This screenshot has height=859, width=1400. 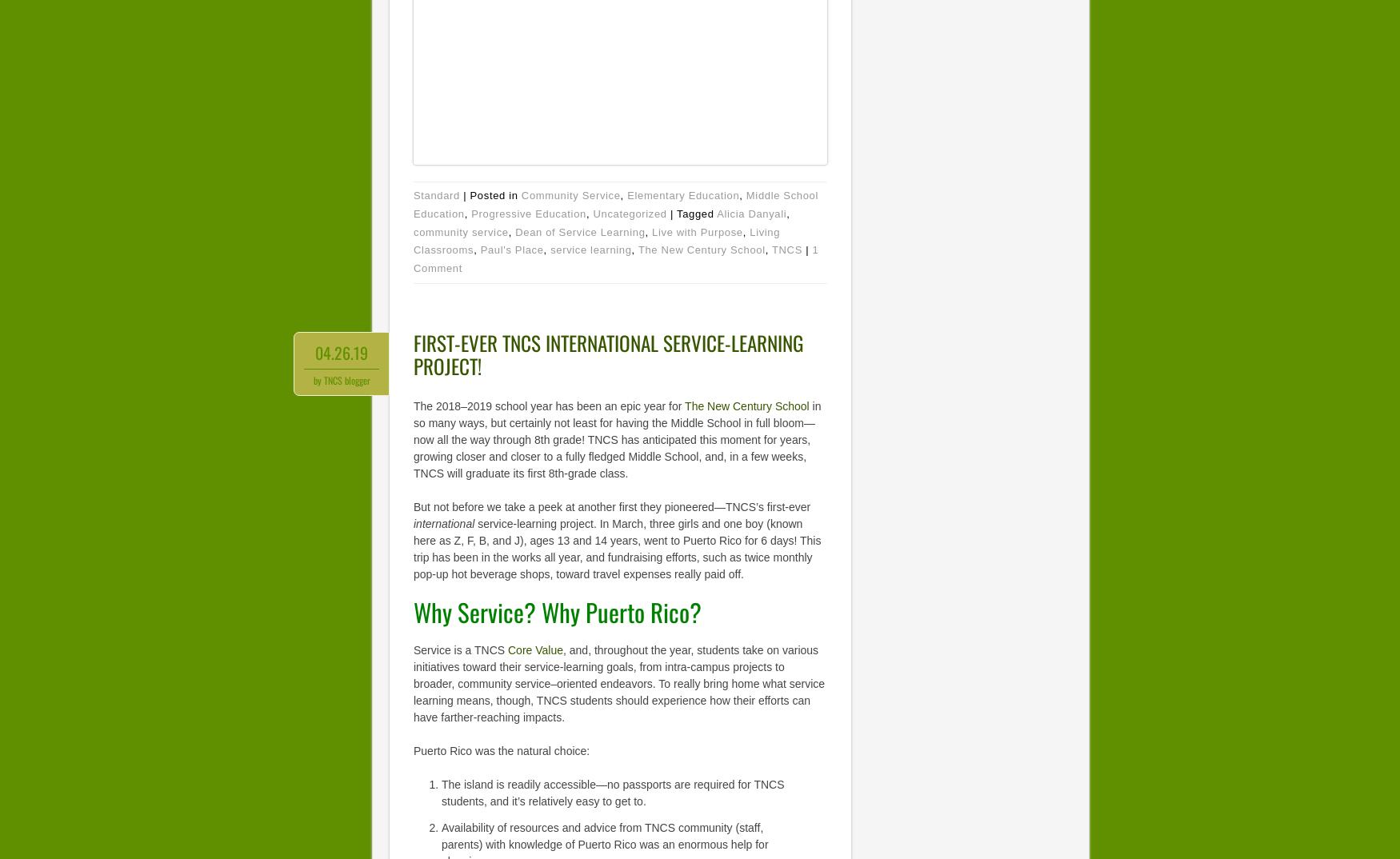 I want to click on '04.26.19', so click(x=341, y=351).